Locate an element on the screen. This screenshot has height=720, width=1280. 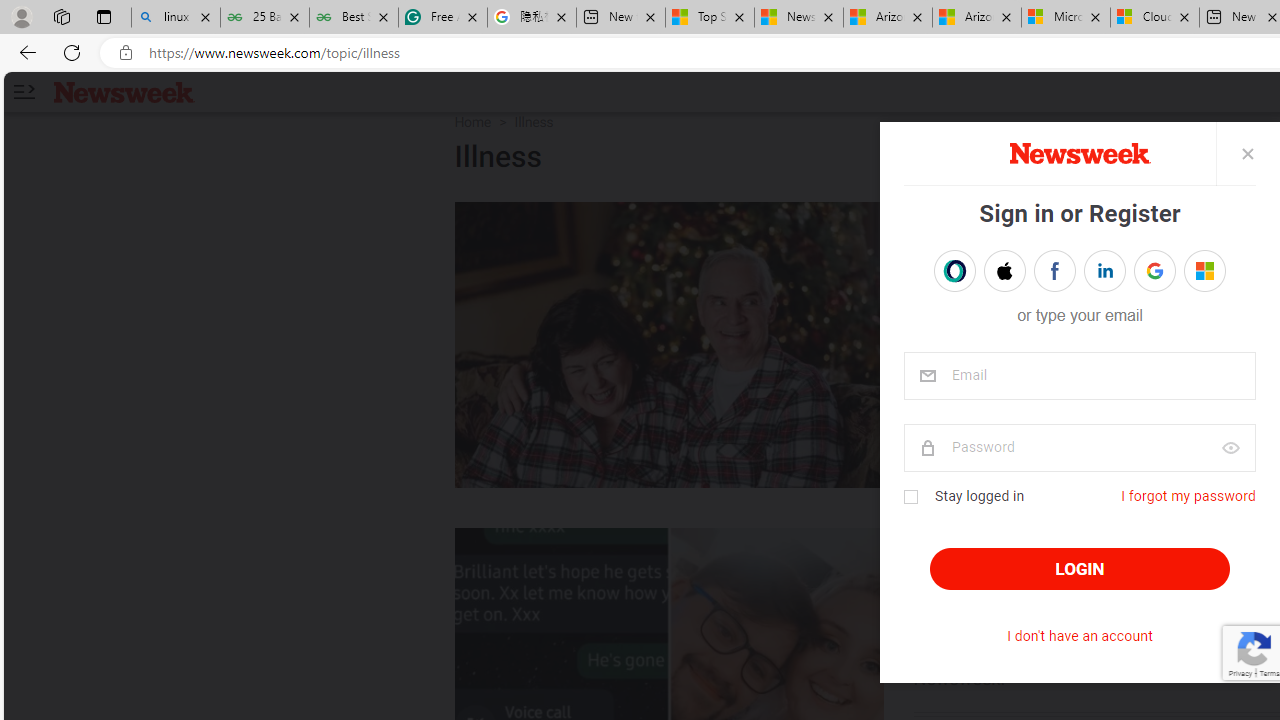
'Back' is located at coordinates (24, 51).